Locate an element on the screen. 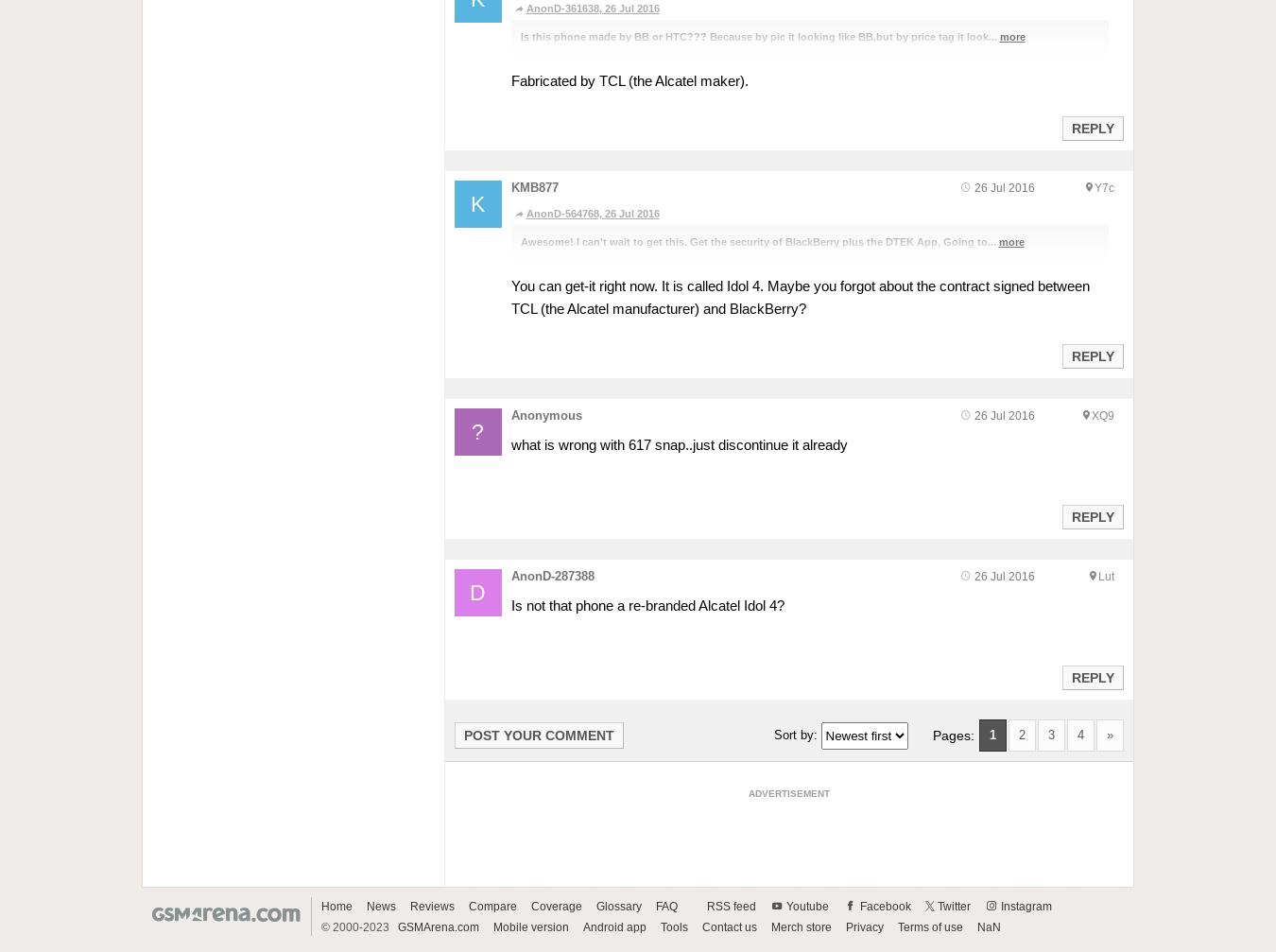 Image resolution: width=1276 pixels, height=952 pixels. 'Contact us' is located at coordinates (727, 926).